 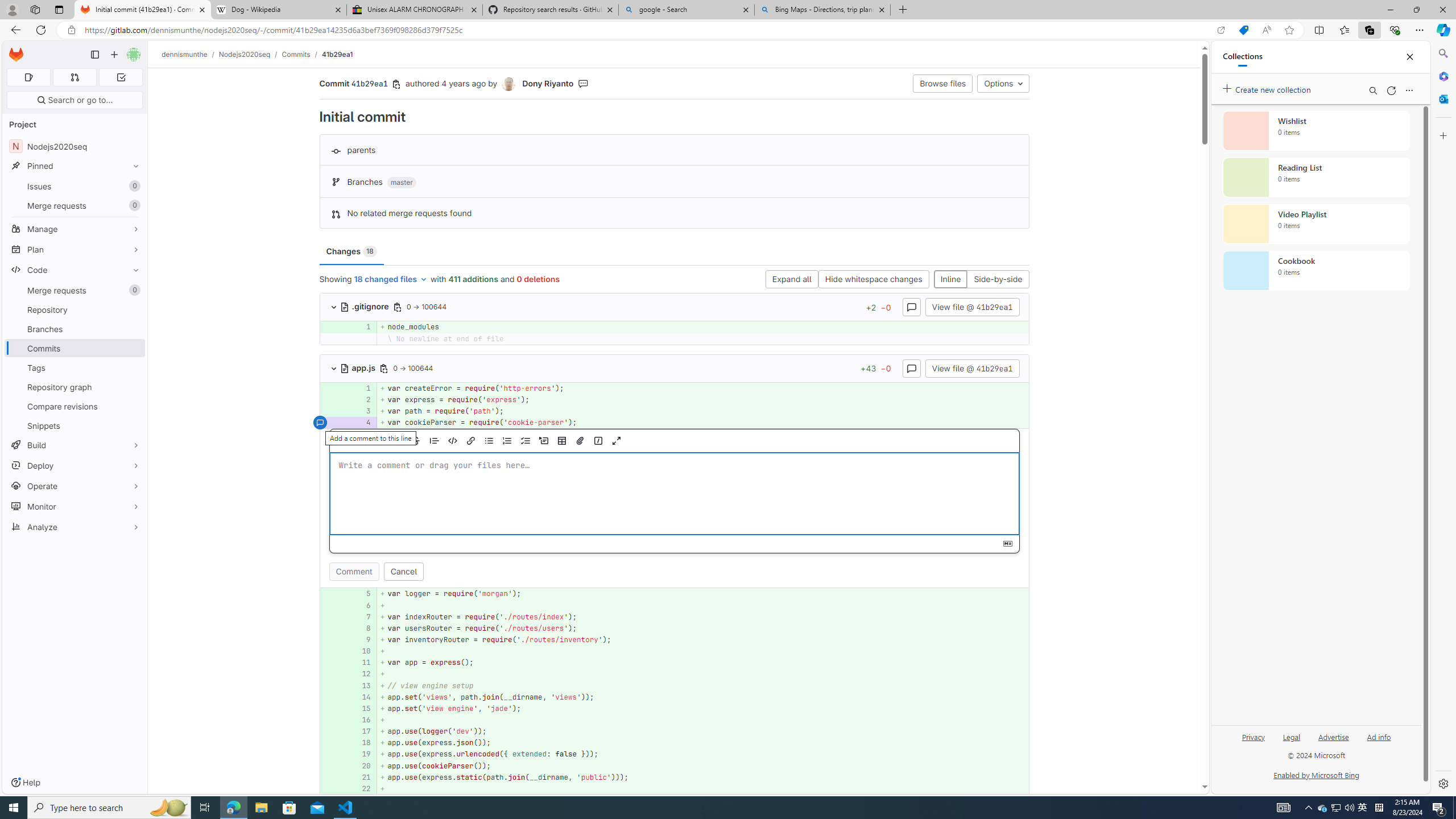 What do you see at coordinates (675, 788) in the screenshot?
I see `'AutomationID: 4a68969ef8e858229267b842dedf42ab5dde4d50_0_22'` at bounding box center [675, 788].